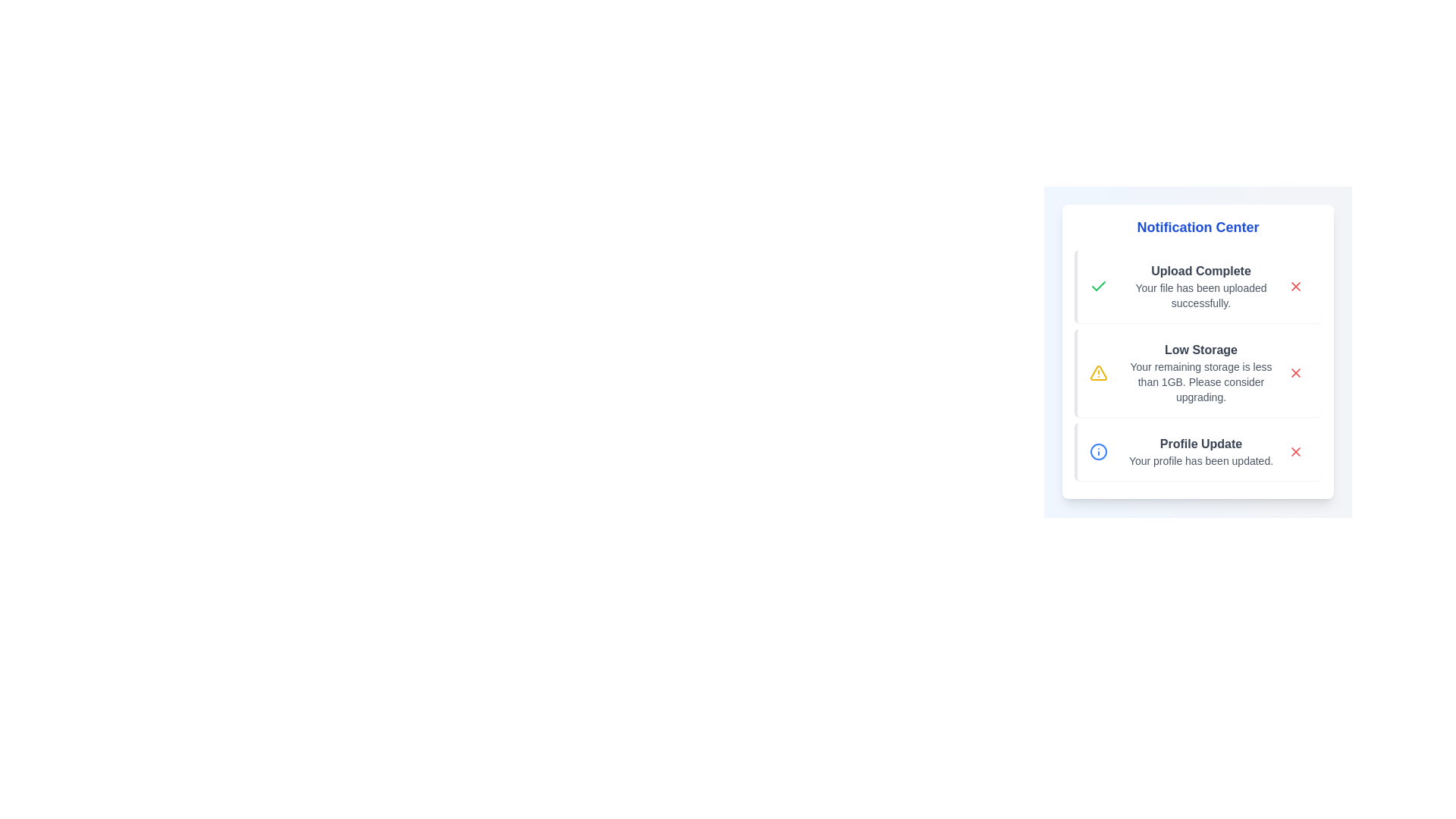 Image resolution: width=1456 pixels, height=819 pixels. Describe the element at coordinates (1200, 460) in the screenshot. I see `the text label displaying 'Your profile has been updated.' located in the third notification block of the notification center panel, below the heading 'Profile Update.'` at that location.